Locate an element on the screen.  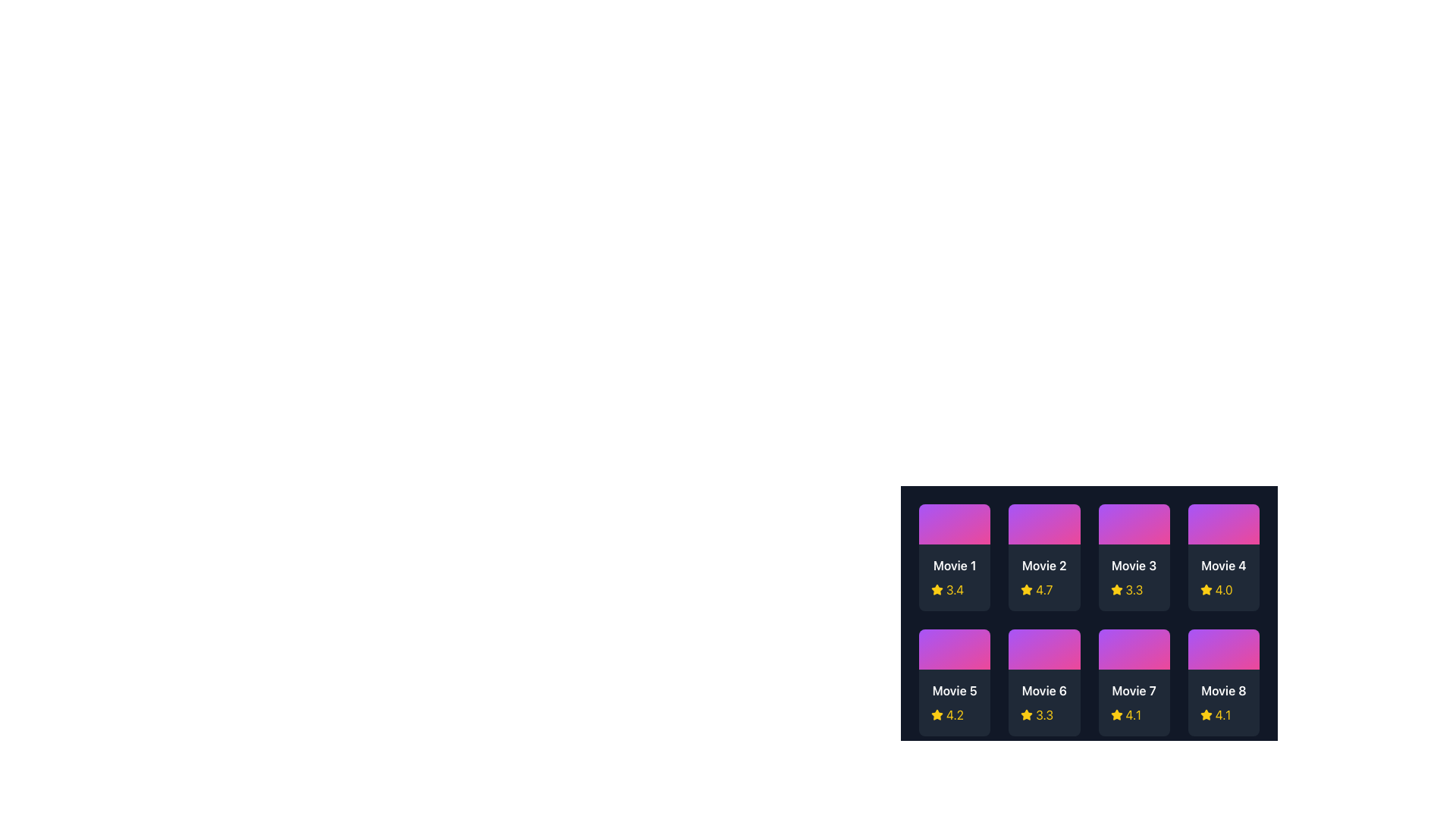
the star icon representing the rating for the sixth movie item, which is positioned to the left of the numeric value '3.3' below the title 'Movie 6' is located at coordinates (1027, 715).